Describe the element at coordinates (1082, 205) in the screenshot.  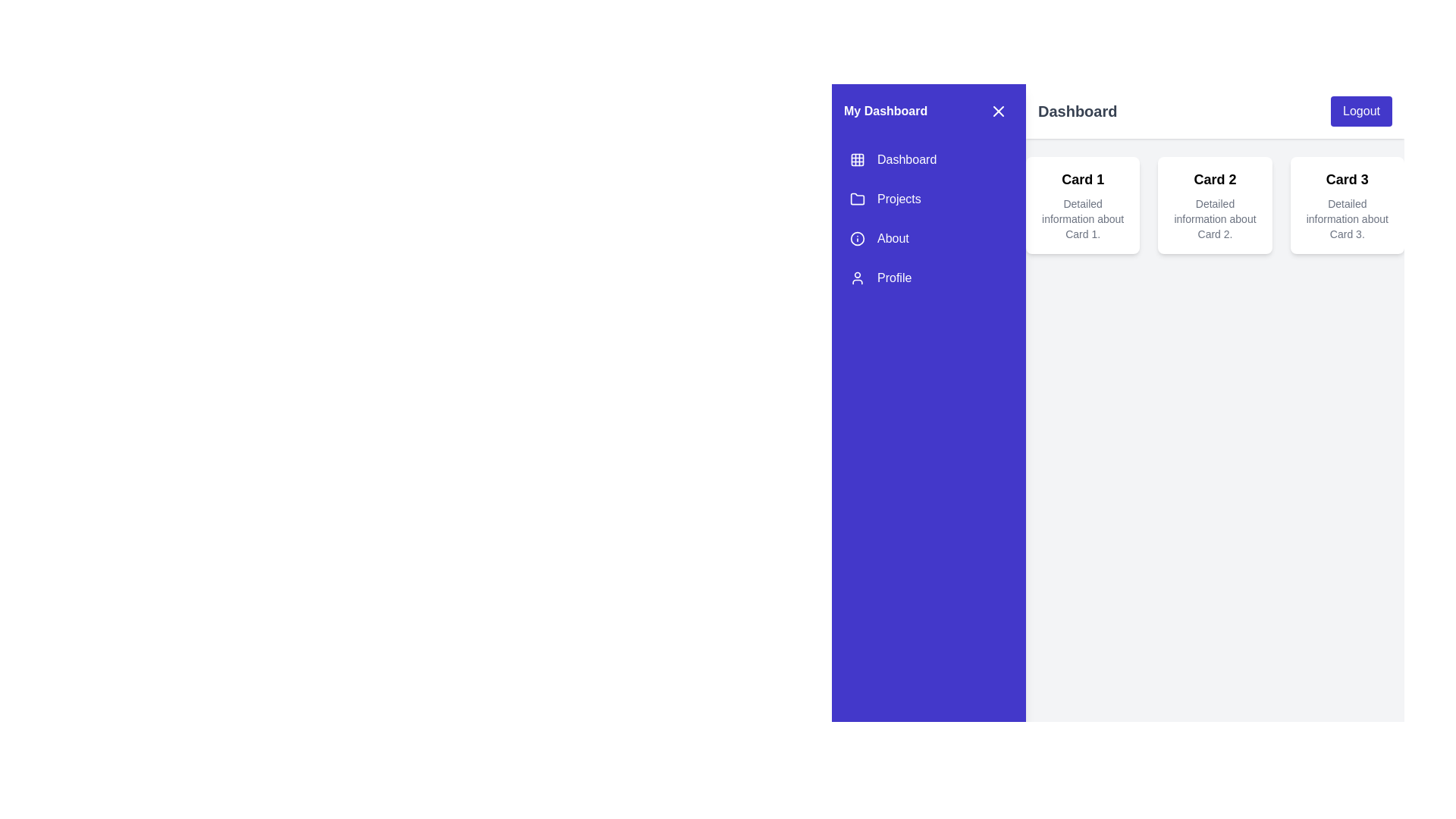
I see `the informational card labeled 'Card 1', which is the first card in a row of three located on the top-right section of the interface` at that location.